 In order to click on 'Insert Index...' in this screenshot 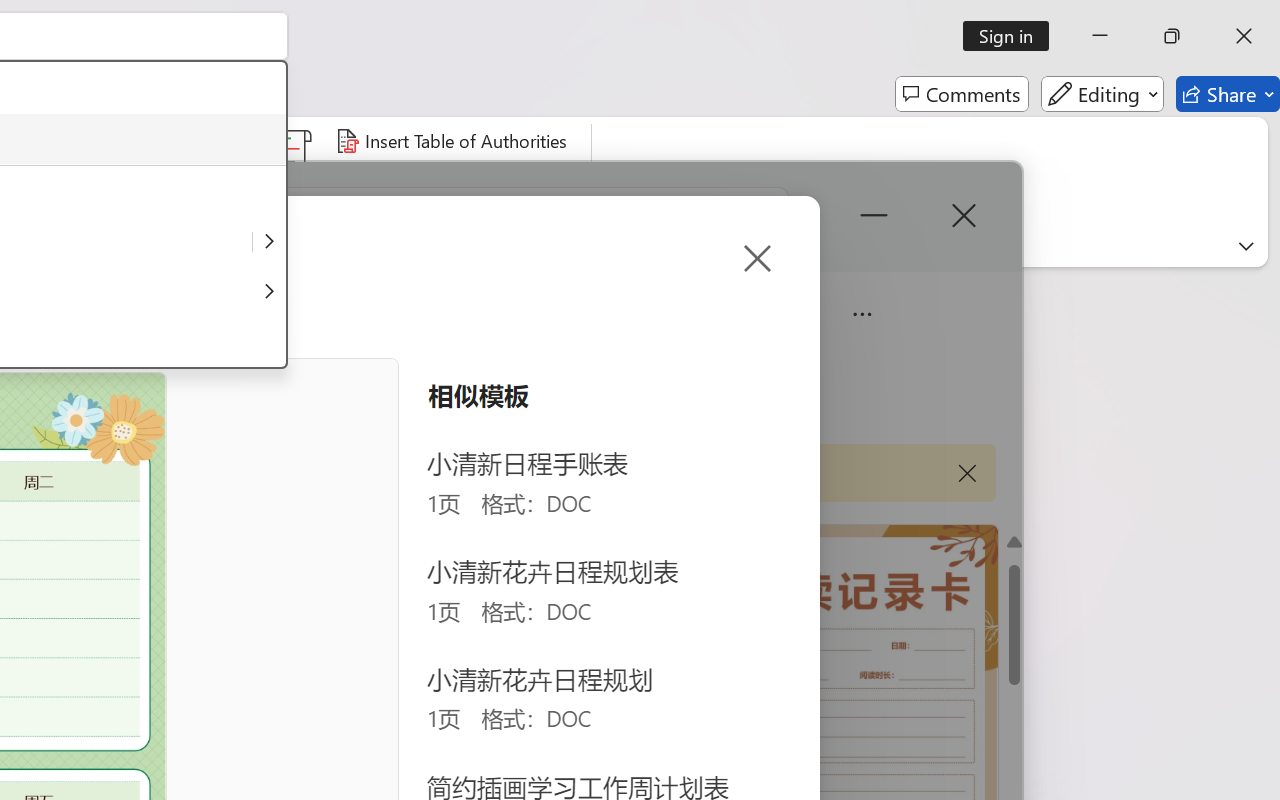, I will do `click(148, 141)`.